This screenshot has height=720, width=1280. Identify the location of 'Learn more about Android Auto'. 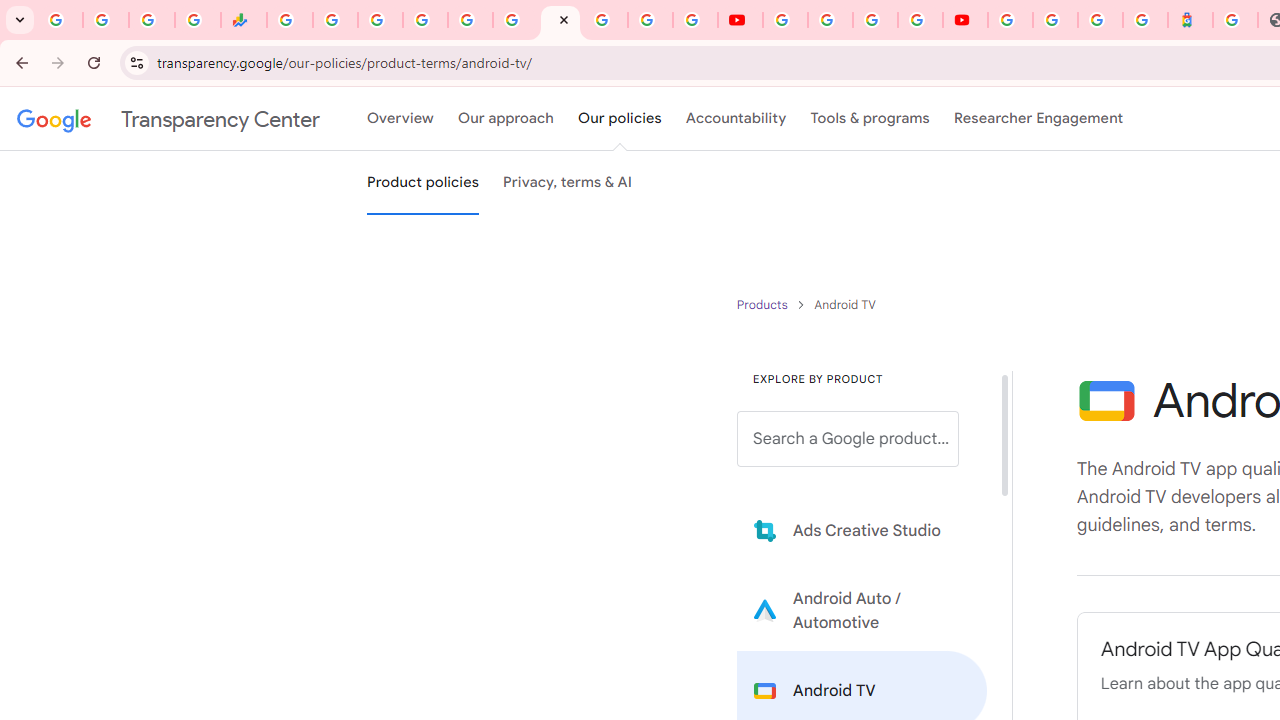
(862, 609).